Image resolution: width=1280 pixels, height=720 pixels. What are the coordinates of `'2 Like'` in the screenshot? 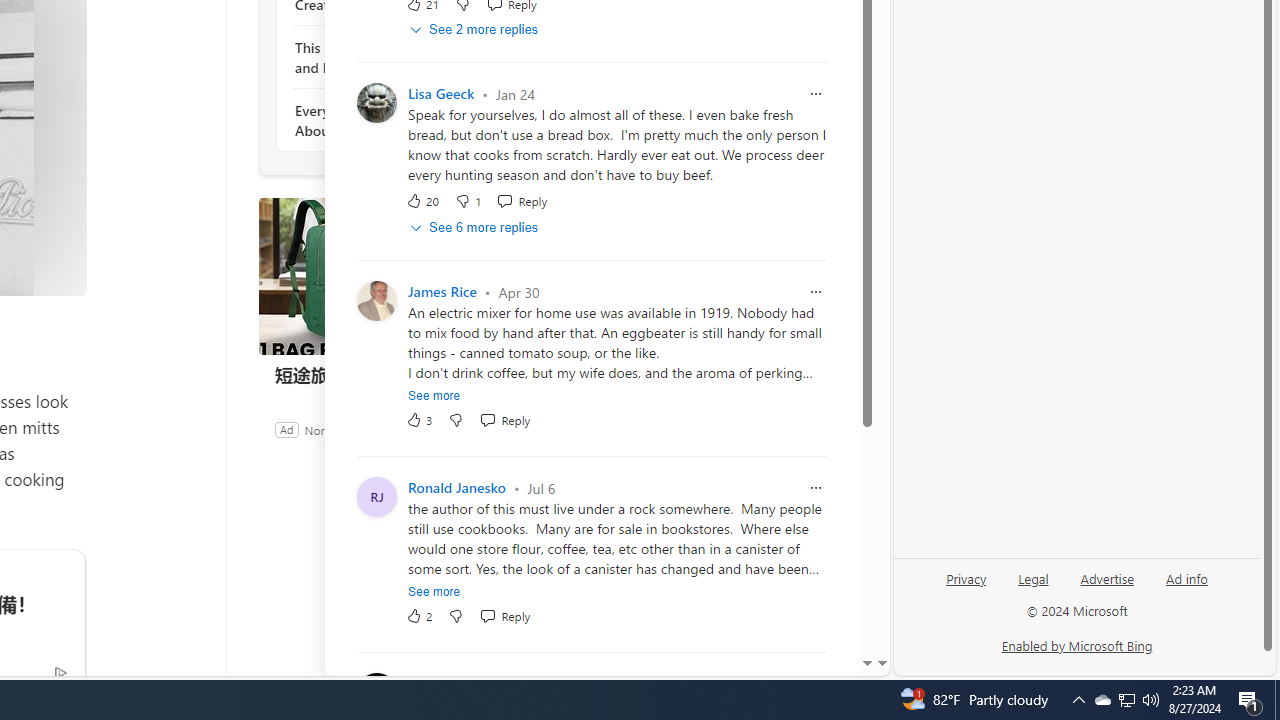 It's located at (418, 615).